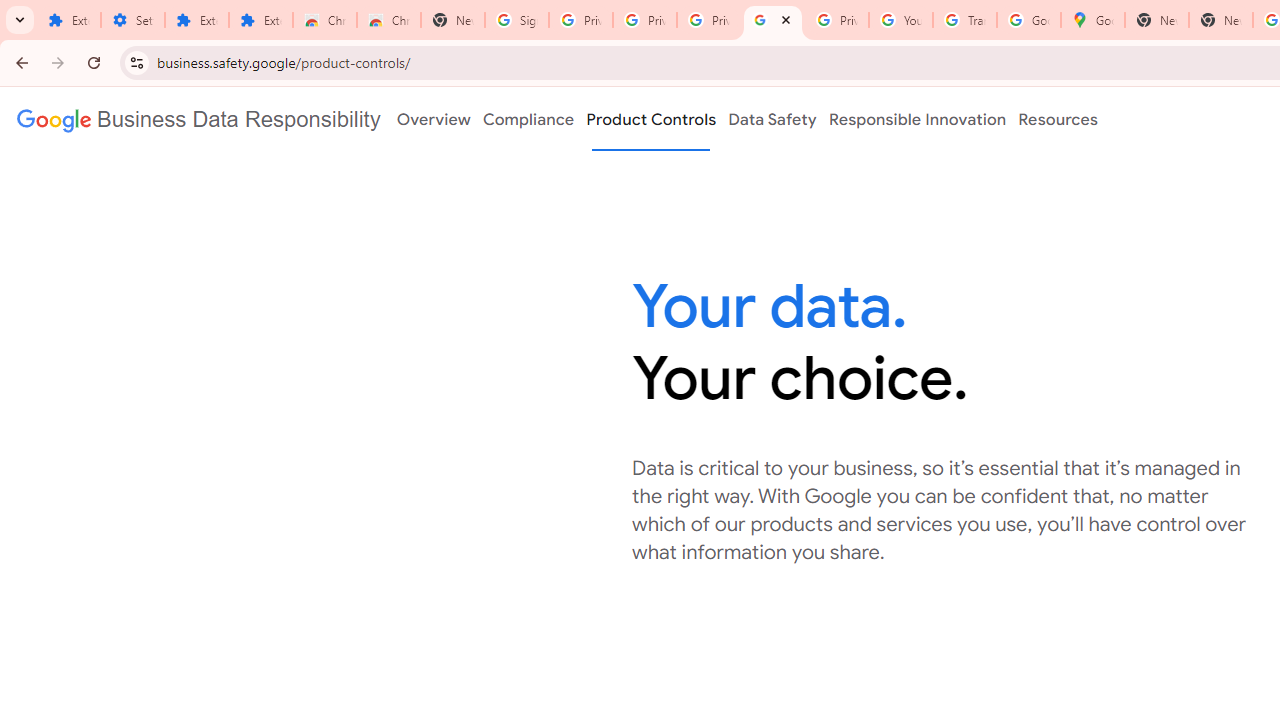 This screenshot has width=1280, height=720. Describe the element at coordinates (771, 119) in the screenshot. I see `'Data Safety'` at that location.